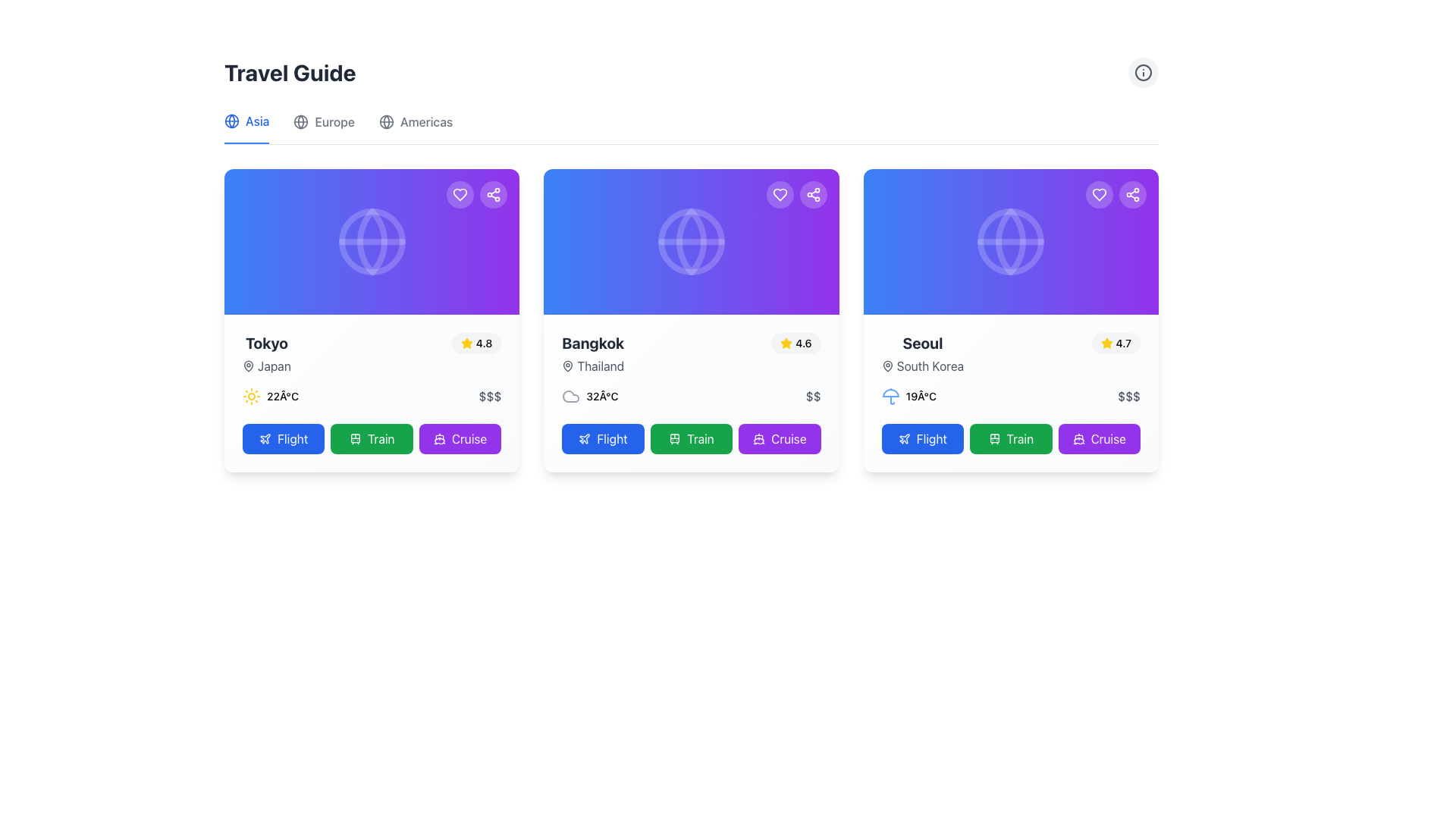 Image resolution: width=1456 pixels, height=819 pixels. What do you see at coordinates (483, 343) in the screenshot?
I see `the static text label displaying the rating value of the current item (Tokyo), which is located in the top section of the 'Tokyo' card, next to the yellow star icon` at bounding box center [483, 343].